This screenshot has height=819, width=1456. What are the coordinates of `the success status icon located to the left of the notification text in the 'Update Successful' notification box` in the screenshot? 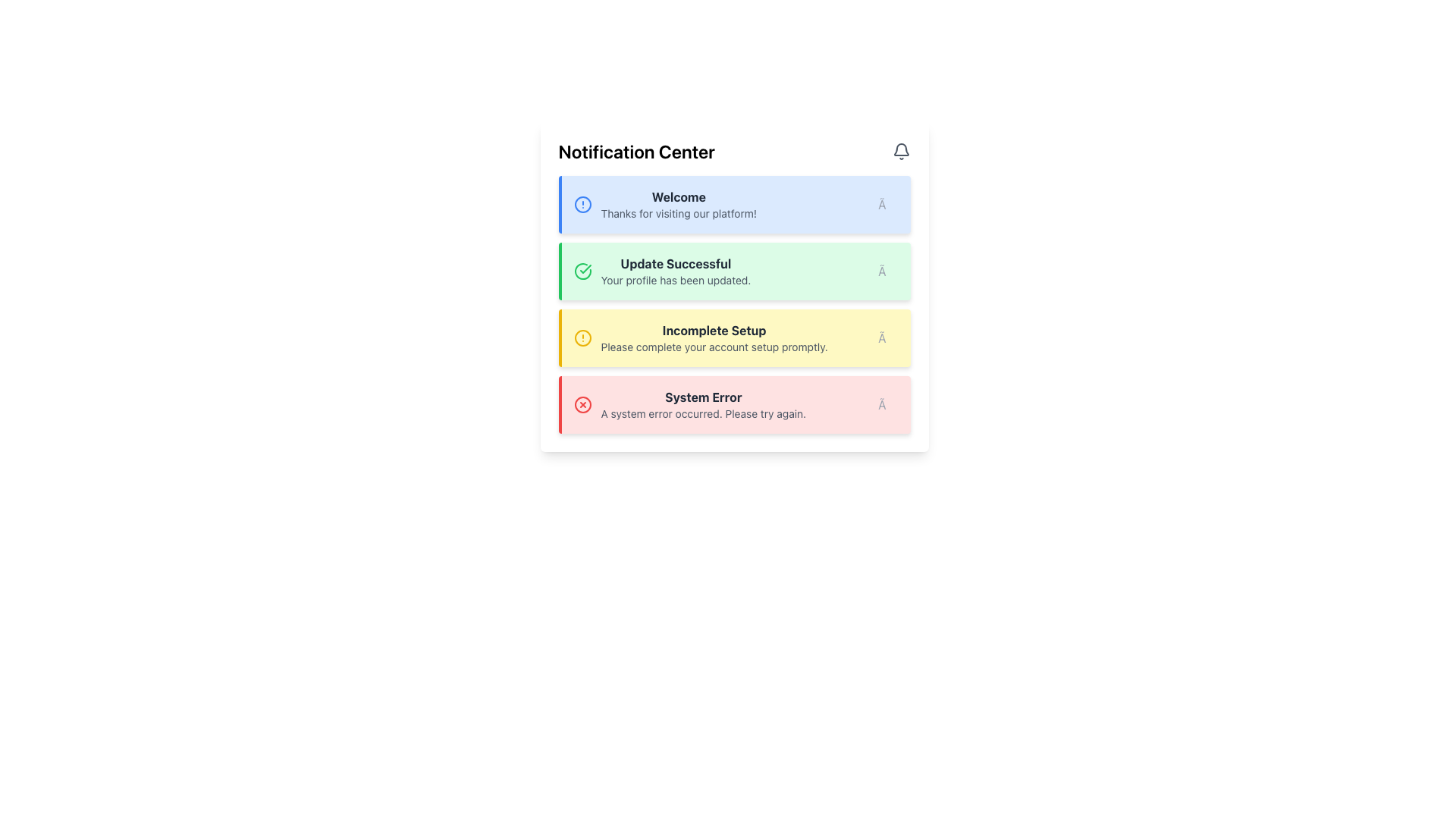 It's located at (582, 271).